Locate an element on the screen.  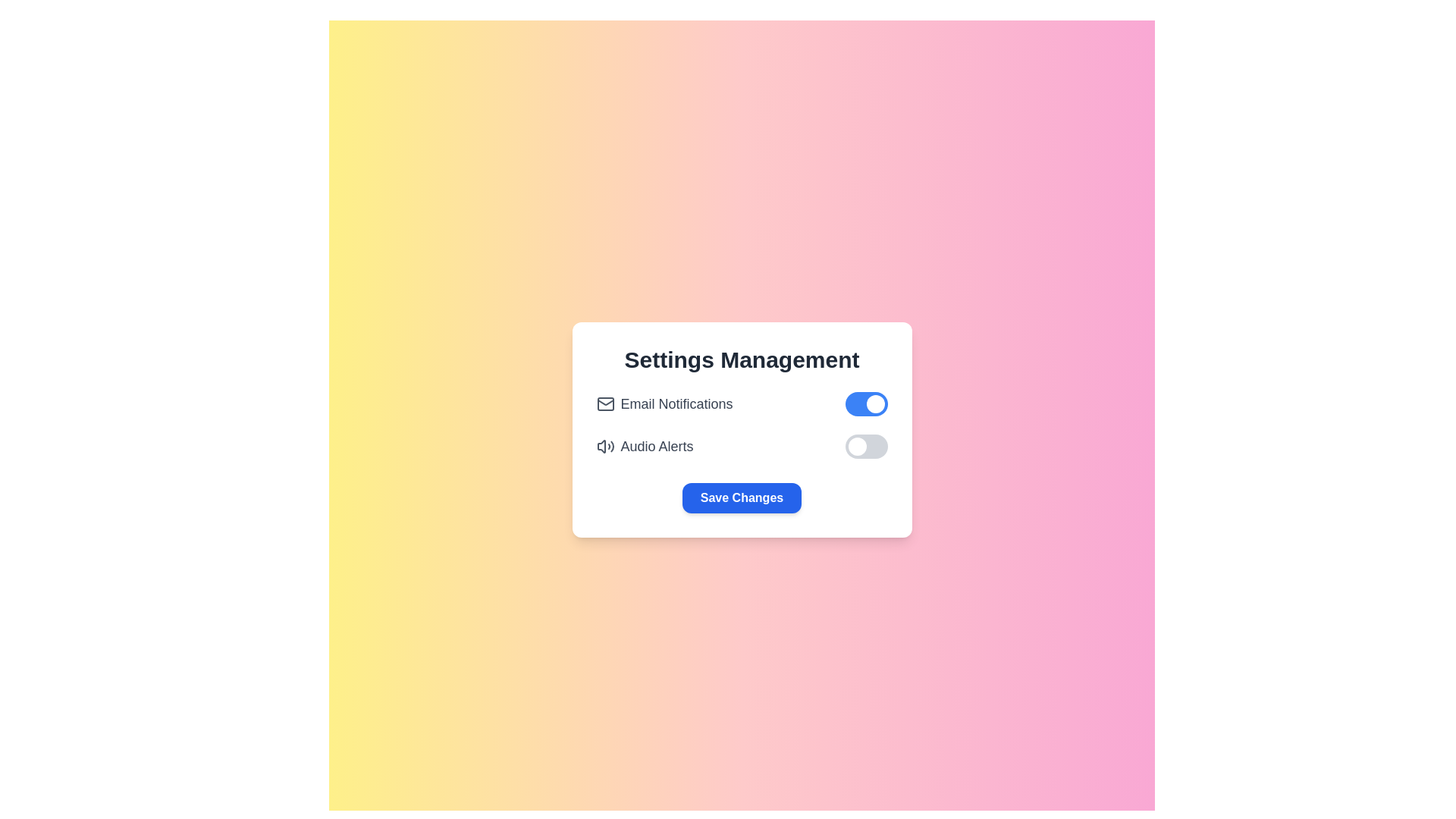
the audio alerts icon located in the settings panel, positioned to the left of the 'Audio Alerts' label is located at coordinates (604, 446).